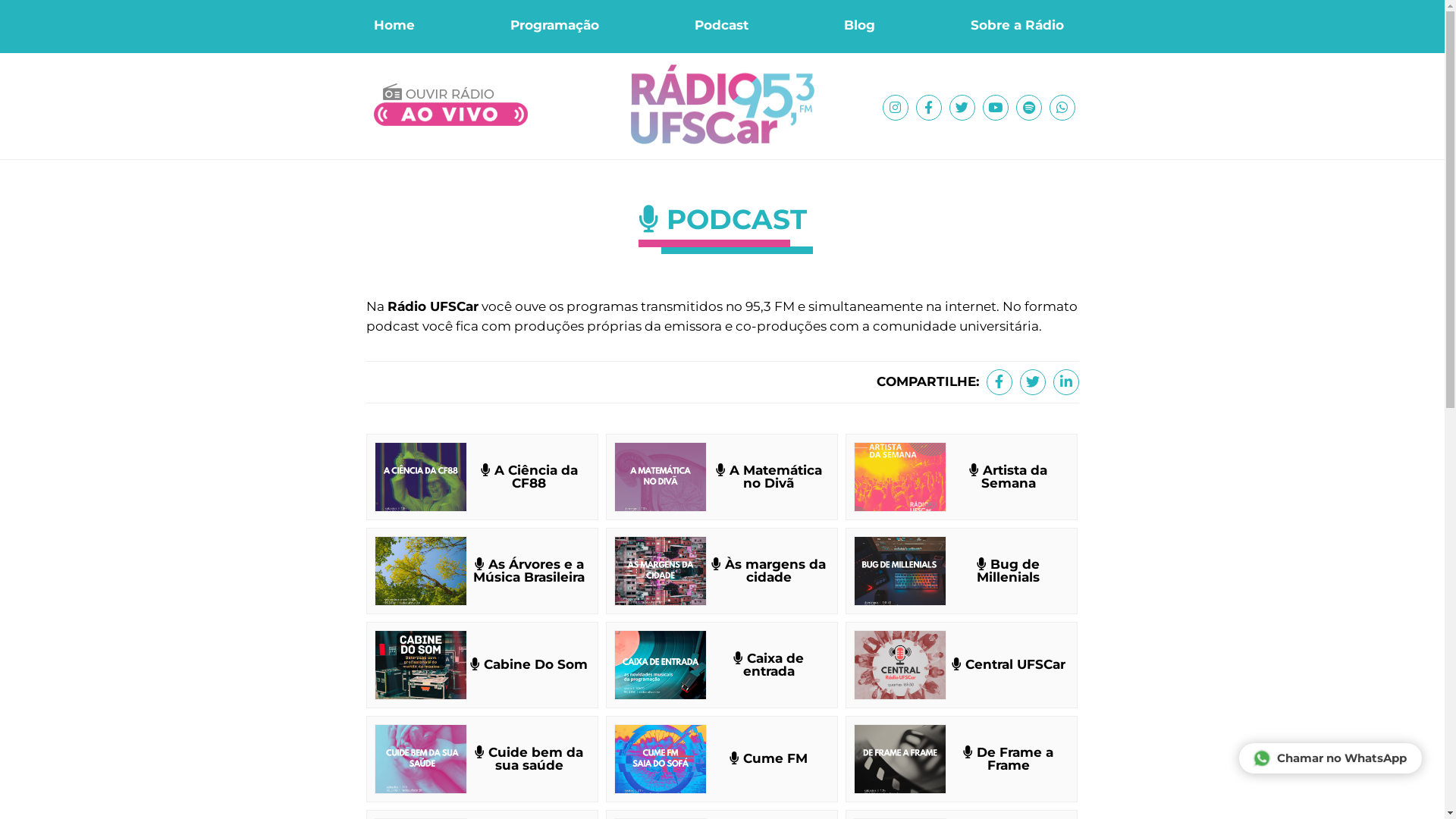  What do you see at coordinates (481, 664) in the screenshot?
I see `'Cabine Do Som'` at bounding box center [481, 664].